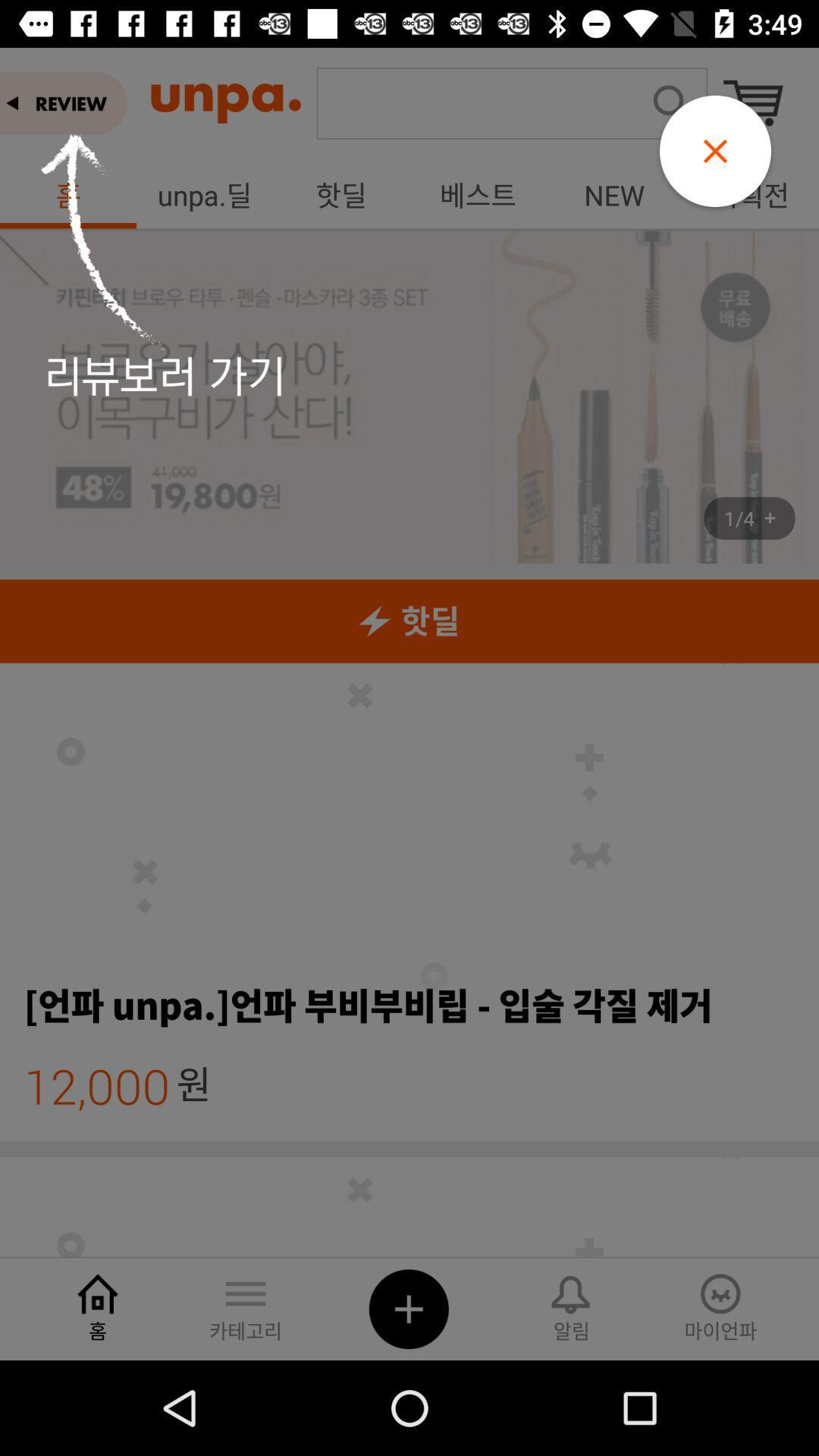 This screenshot has height=1456, width=819. I want to click on the close icon, so click(715, 151).